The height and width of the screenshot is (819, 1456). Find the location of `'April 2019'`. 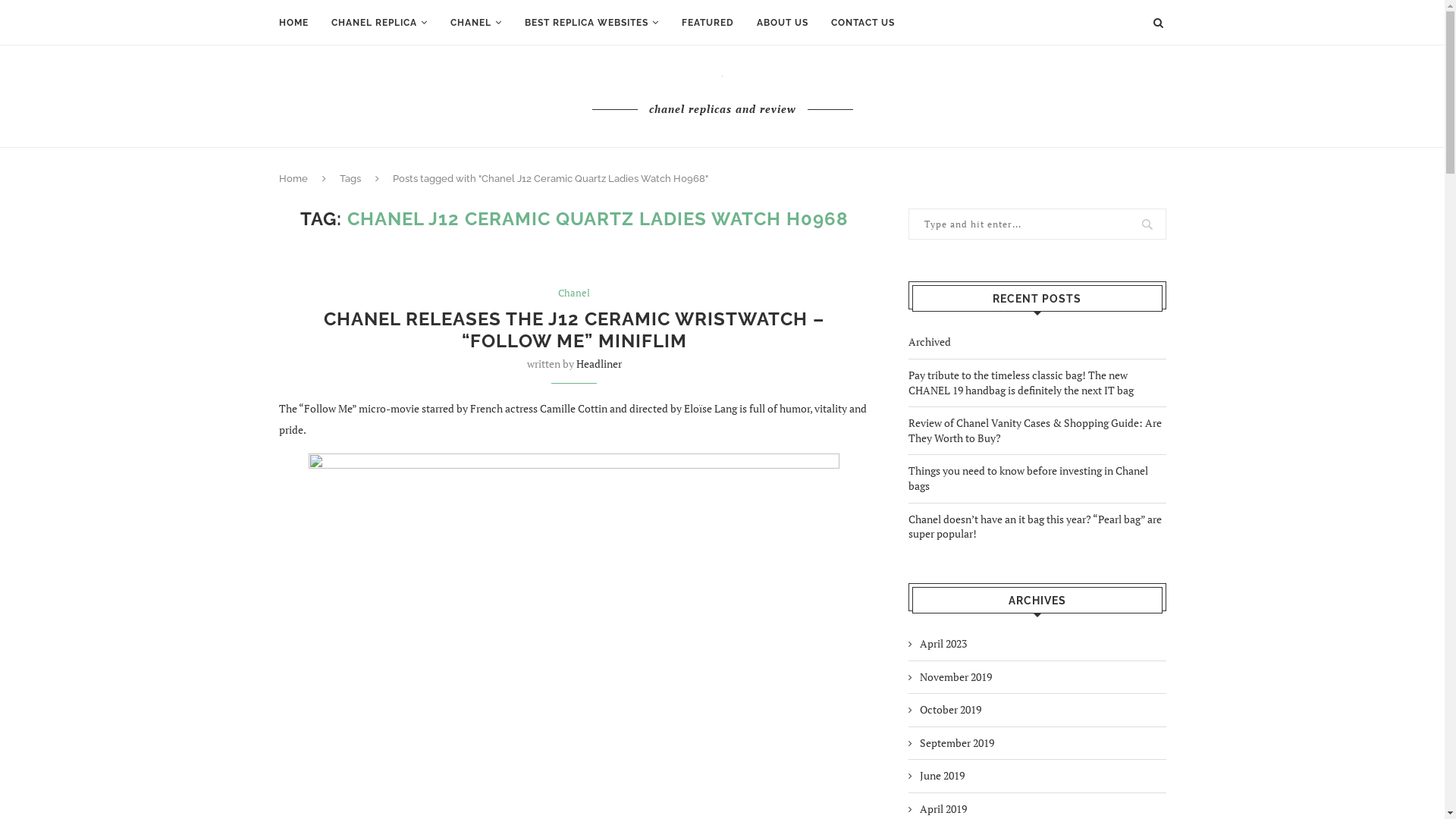

'April 2019' is located at coordinates (908, 808).